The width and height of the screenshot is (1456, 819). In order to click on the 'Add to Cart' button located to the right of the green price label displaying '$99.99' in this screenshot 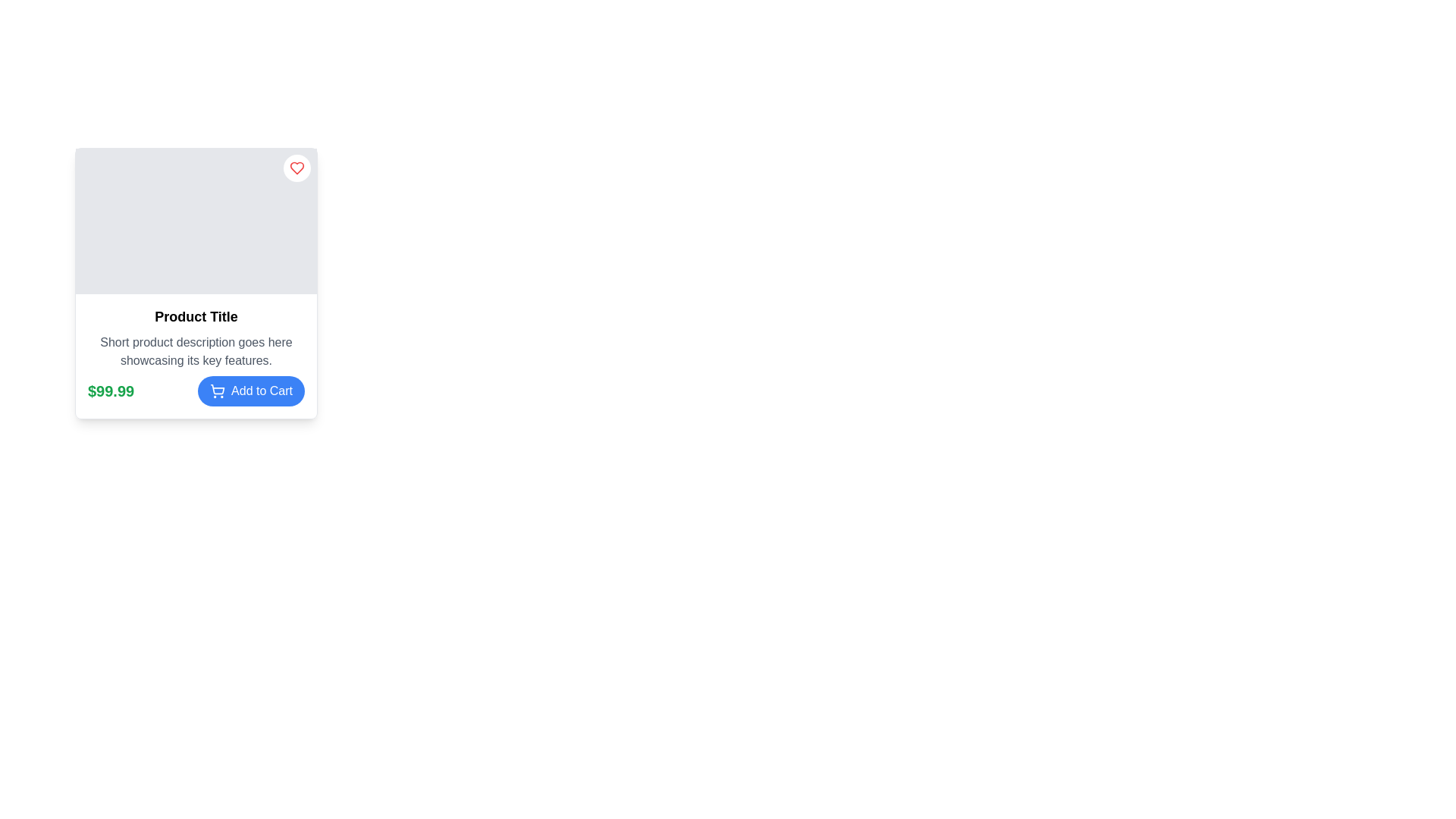, I will do `click(251, 391)`.